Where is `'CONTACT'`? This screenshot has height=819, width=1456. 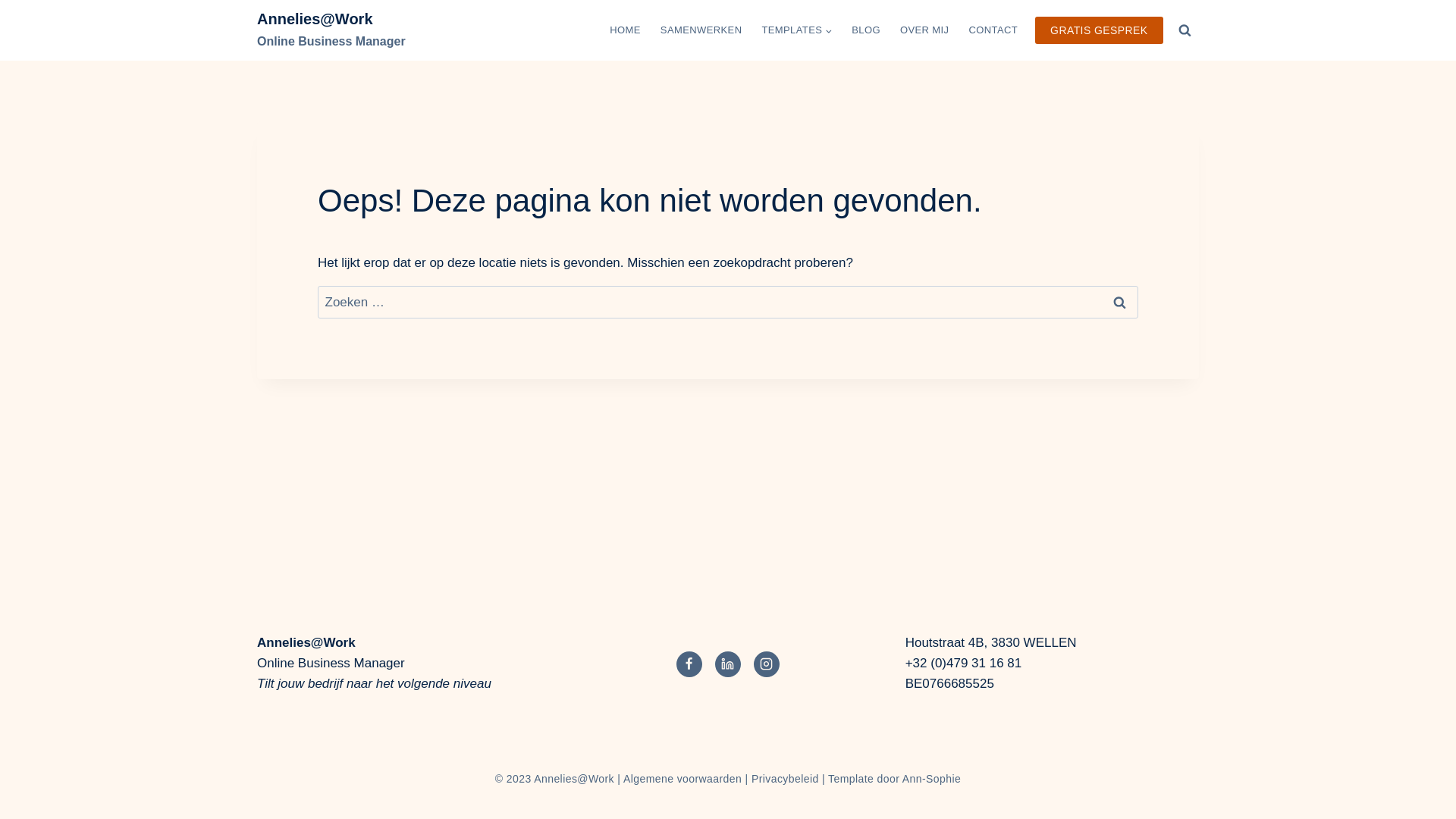
'CONTACT' is located at coordinates (993, 30).